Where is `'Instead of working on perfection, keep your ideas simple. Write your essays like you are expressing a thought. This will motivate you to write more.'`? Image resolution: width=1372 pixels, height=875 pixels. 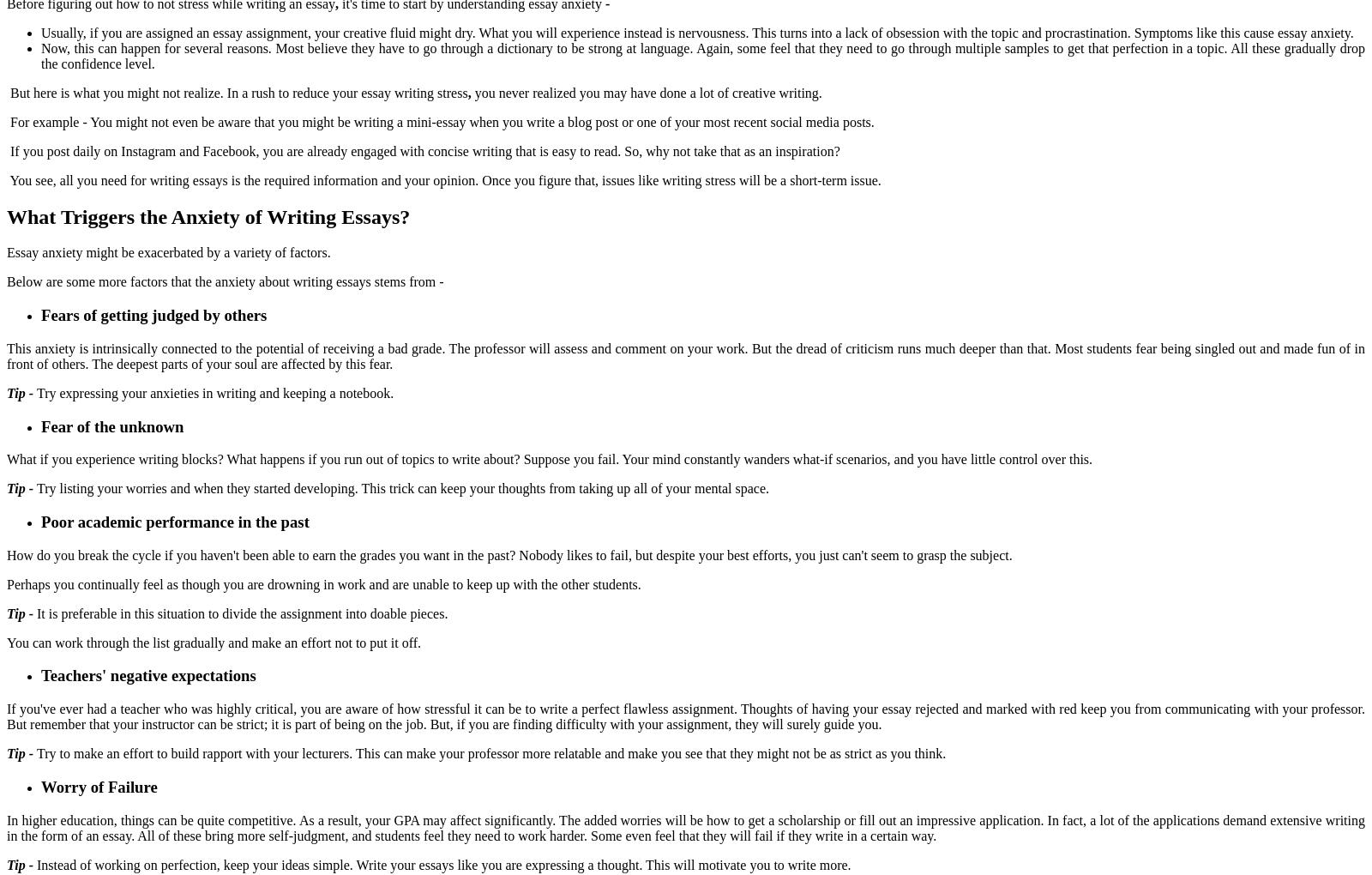
'Instead of working on perfection, keep your ideas simple. Write your essays like you are expressing a thought. This will motivate you to write more.' is located at coordinates (442, 864).